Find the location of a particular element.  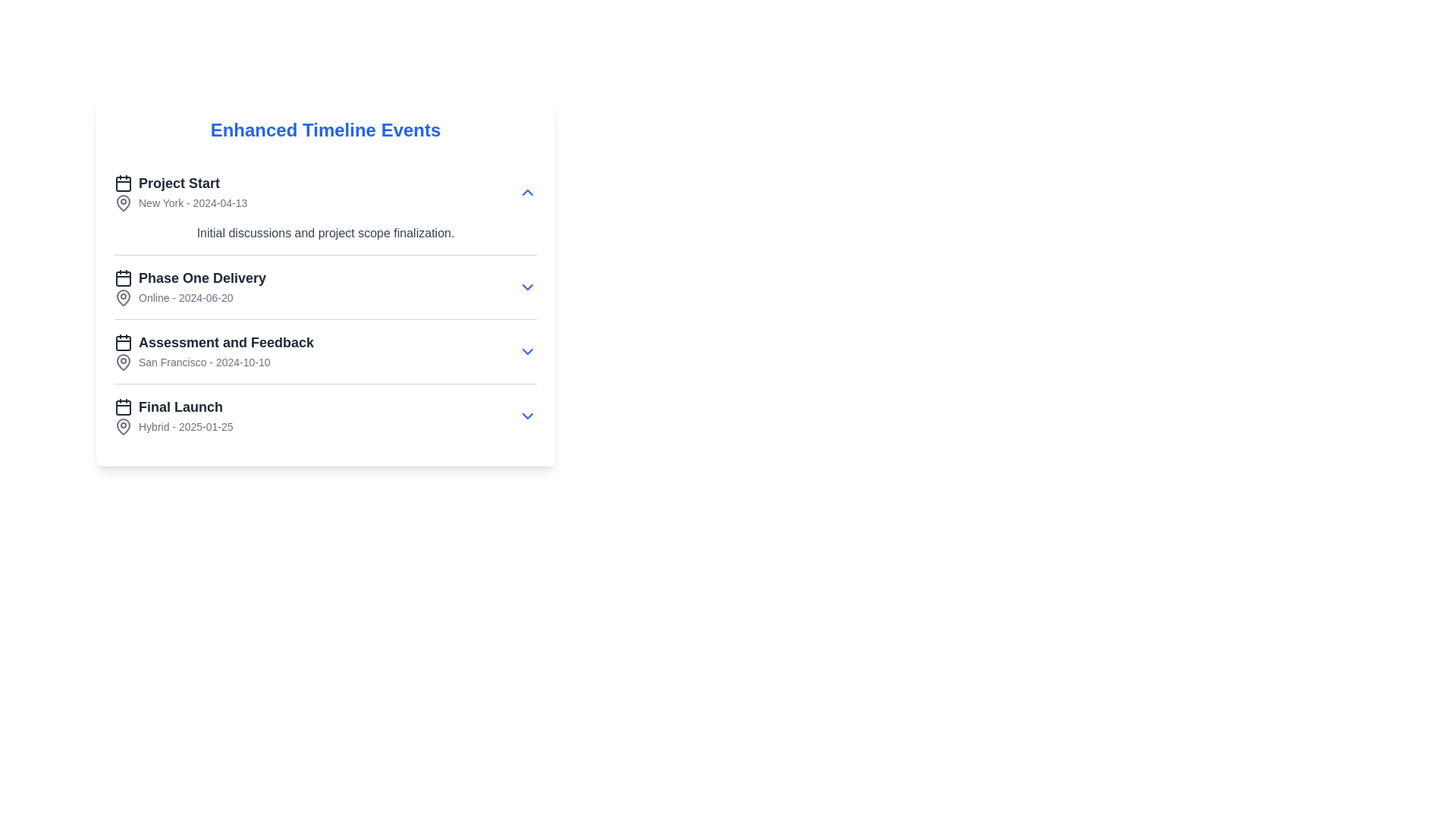

the calendar icon located to the left of the 'Final Launch' text, which is part of the fourth list item in the timeline interface for interaction is located at coordinates (124, 406).